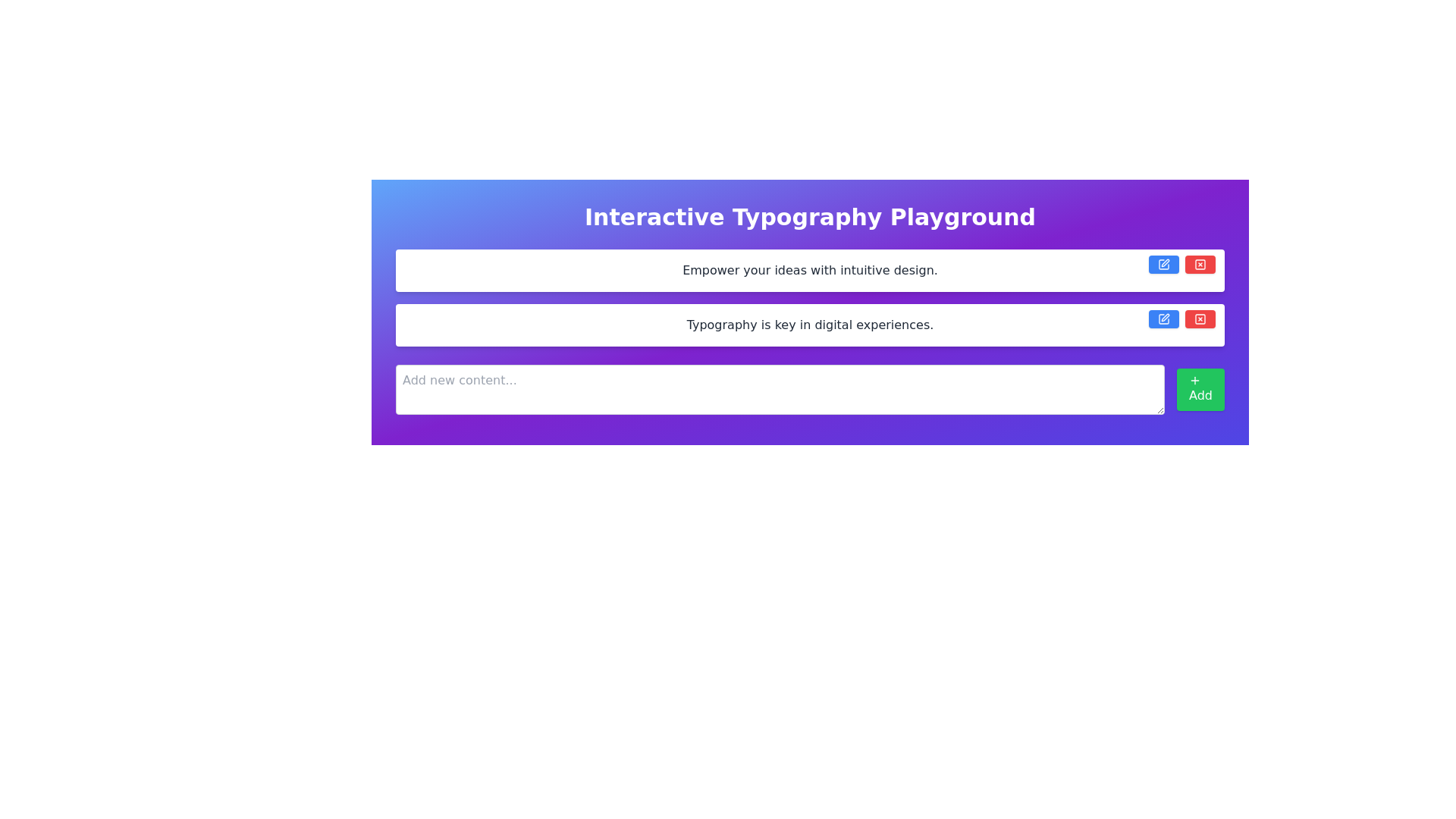  I want to click on the informational static text label located at the top center of the interface within the first white card, which is highlighted against a purple gradient background, so click(809, 270).